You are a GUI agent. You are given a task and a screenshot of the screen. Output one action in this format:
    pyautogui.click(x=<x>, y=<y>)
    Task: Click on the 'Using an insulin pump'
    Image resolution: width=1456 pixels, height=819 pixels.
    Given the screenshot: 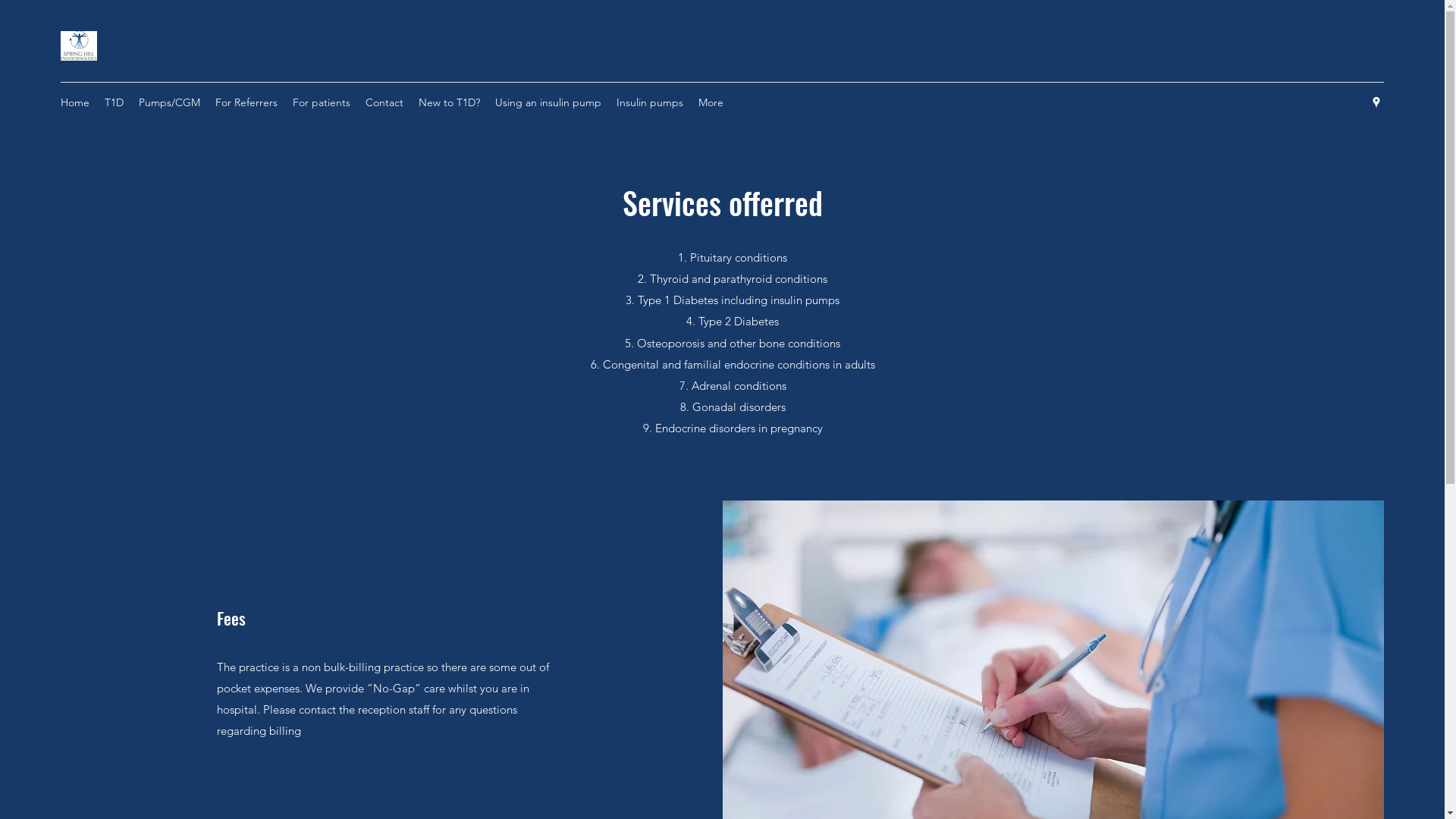 What is the action you would take?
    pyautogui.click(x=548, y=102)
    